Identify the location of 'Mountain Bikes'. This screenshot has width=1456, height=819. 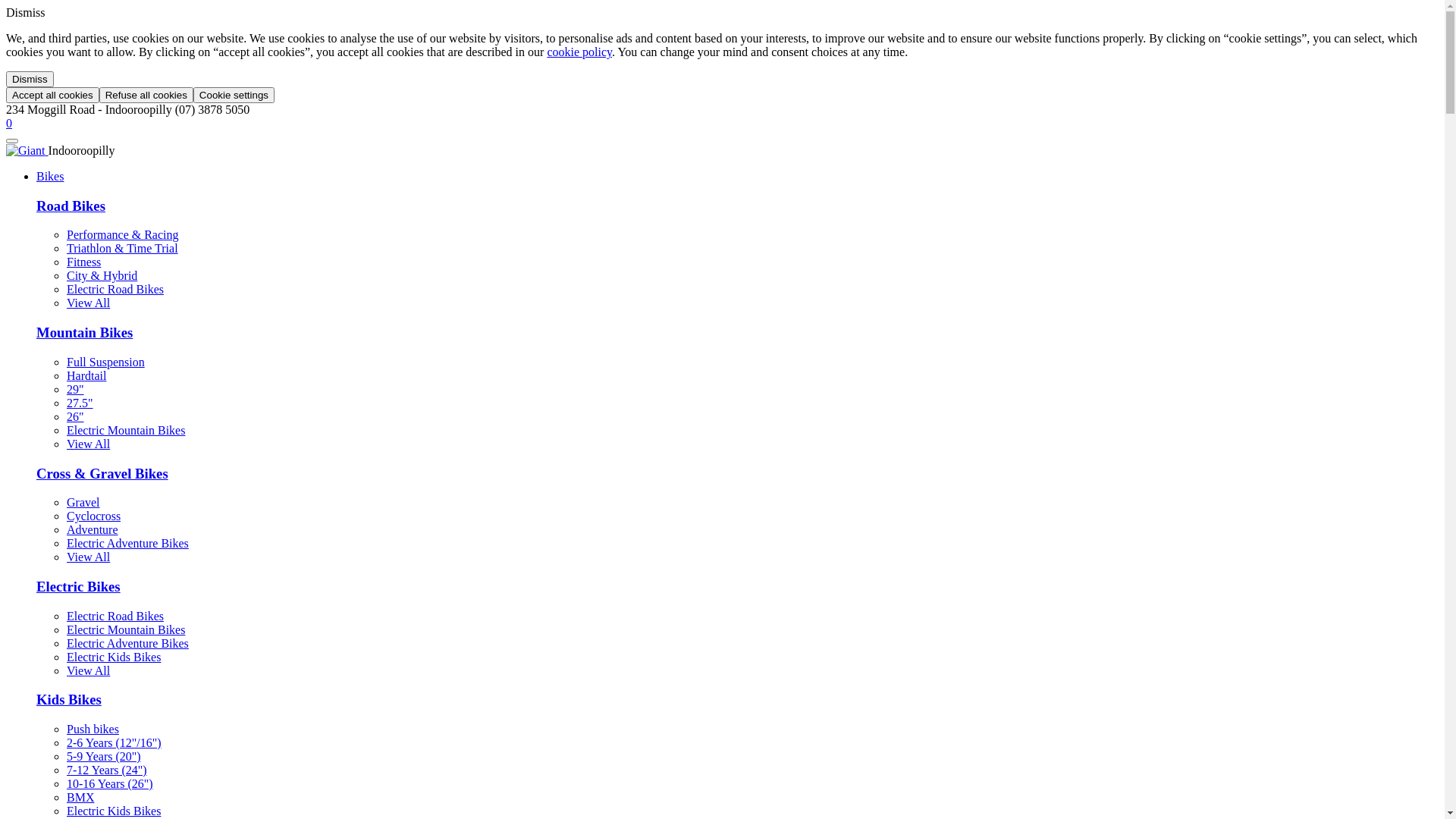
(83, 331).